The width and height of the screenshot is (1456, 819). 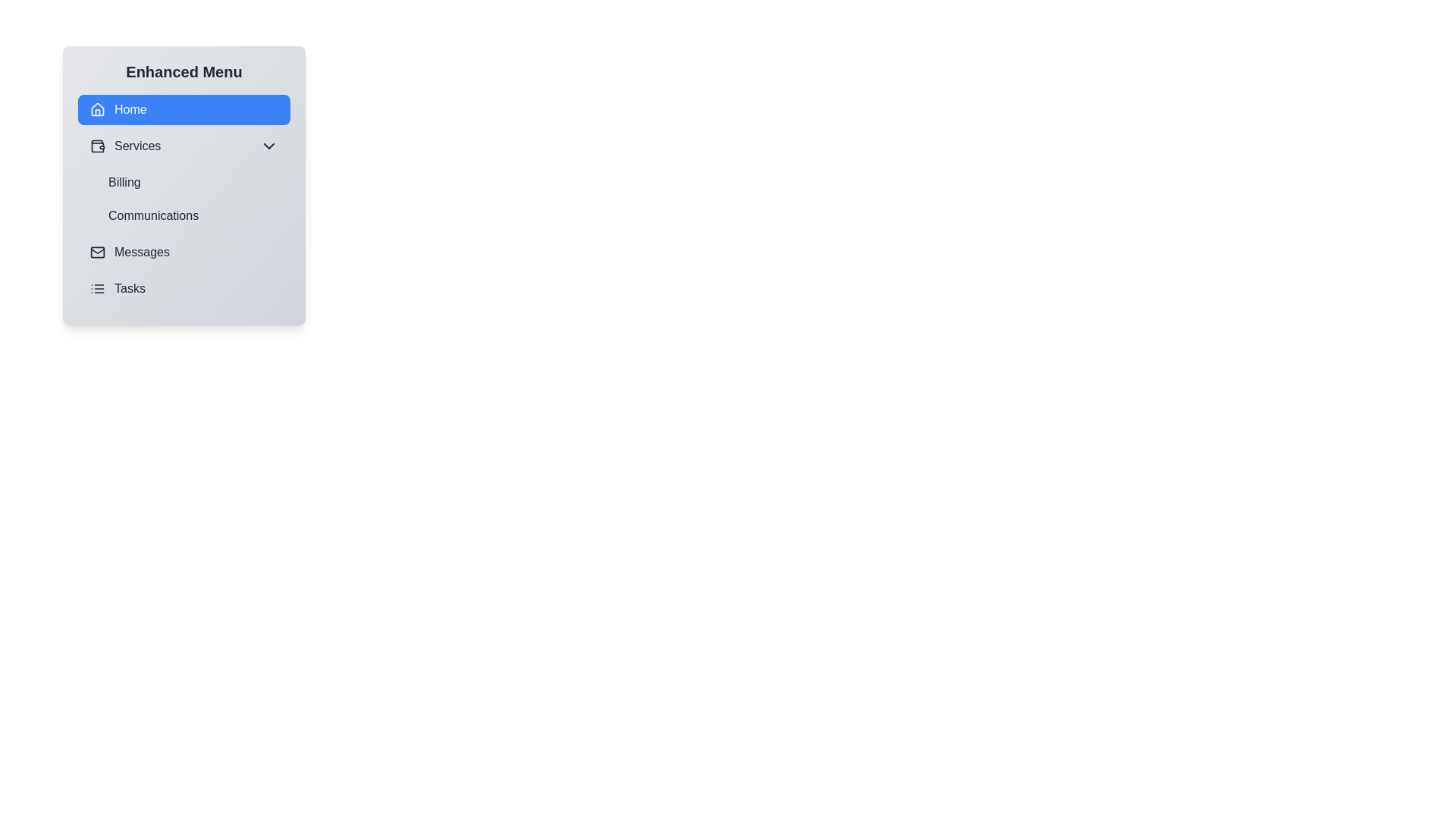 What do you see at coordinates (184, 289) in the screenshot?
I see `the 'Tasks' menu item, which is the last item in the vertical list of menu options in the sidebar` at bounding box center [184, 289].